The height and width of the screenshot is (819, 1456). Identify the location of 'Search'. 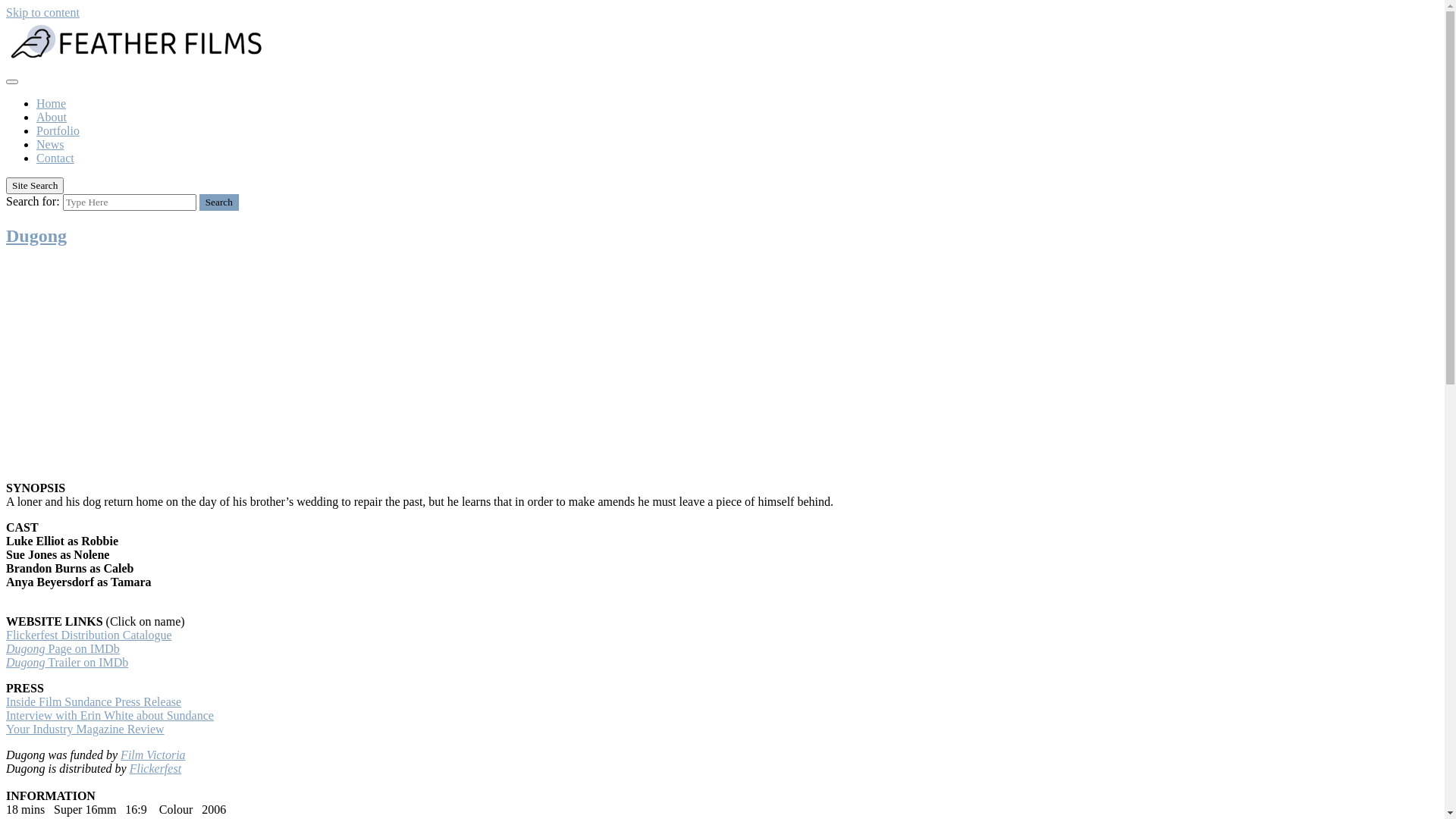
(218, 201).